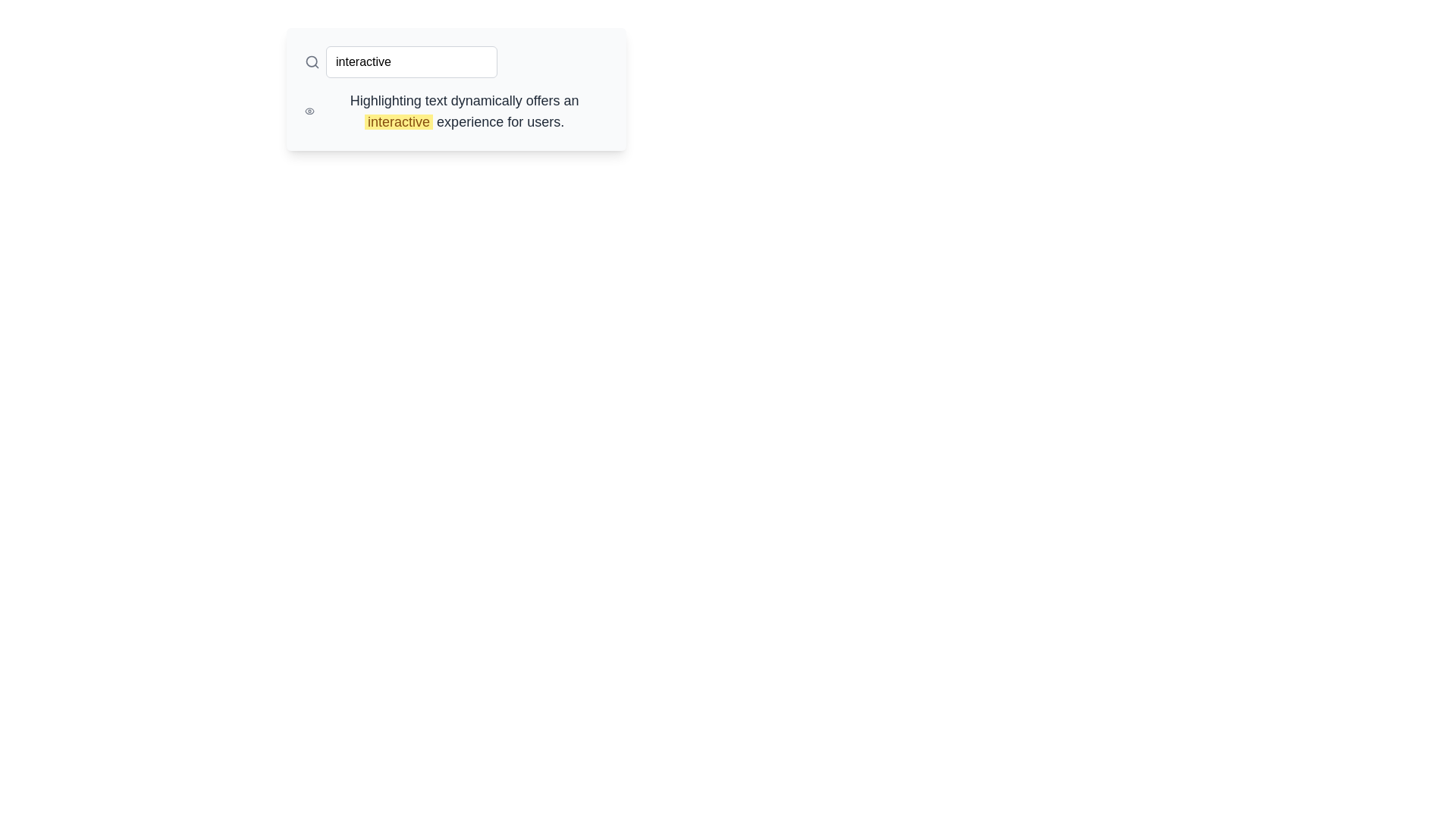  I want to click on the highlighted word 'interactive' within the sentence 'Highlighting text dynamically offers an interactive experience for users.' to select the text, so click(399, 121).